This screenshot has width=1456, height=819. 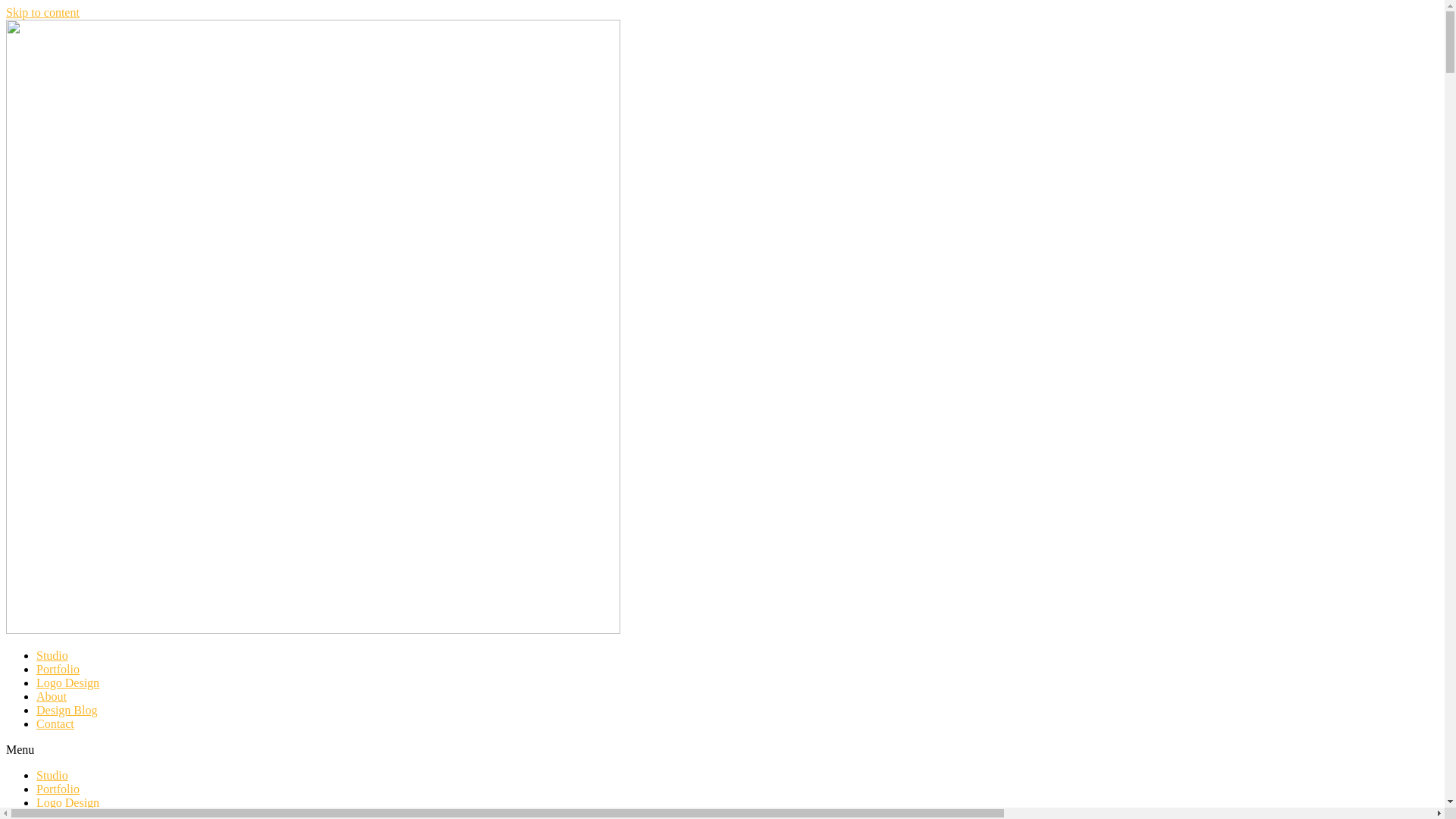 I want to click on 'Portfolio', so click(x=58, y=668).